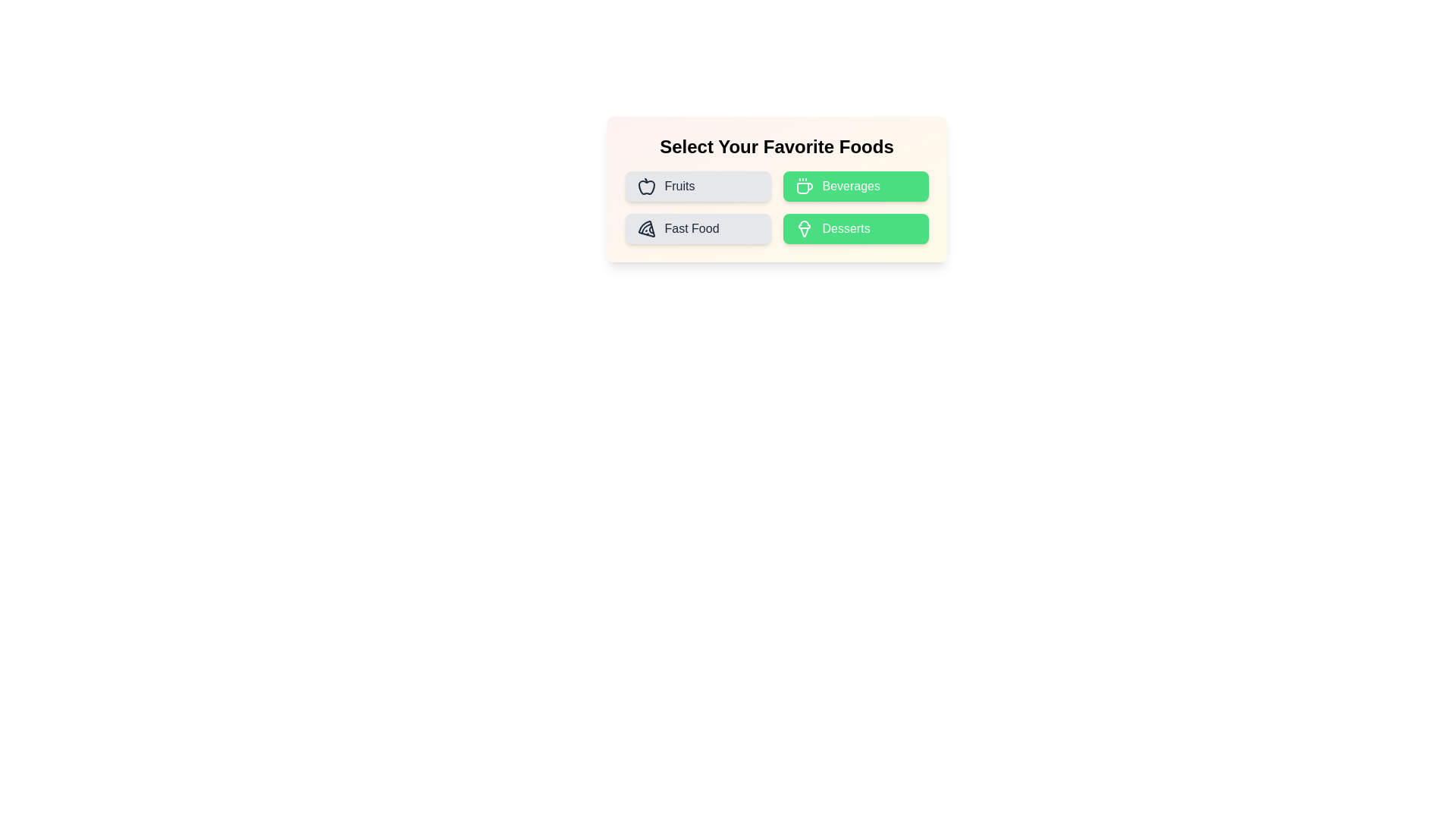 This screenshot has height=819, width=1456. What do you see at coordinates (855, 228) in the screenshot?
I see `the food category Desserts by clicking its corresponding button` at bounding box center [855, 228].